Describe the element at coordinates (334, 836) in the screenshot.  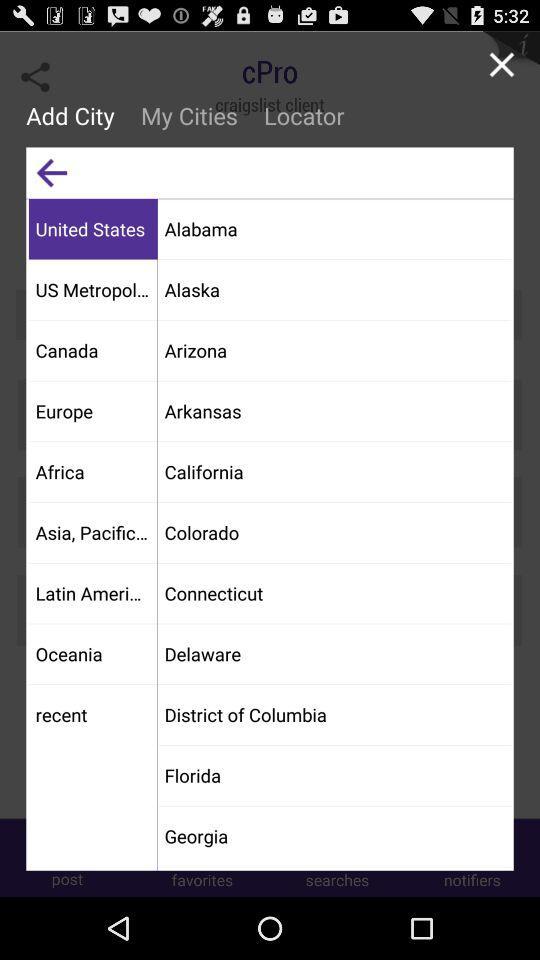
I see `the item below florida` at that location.